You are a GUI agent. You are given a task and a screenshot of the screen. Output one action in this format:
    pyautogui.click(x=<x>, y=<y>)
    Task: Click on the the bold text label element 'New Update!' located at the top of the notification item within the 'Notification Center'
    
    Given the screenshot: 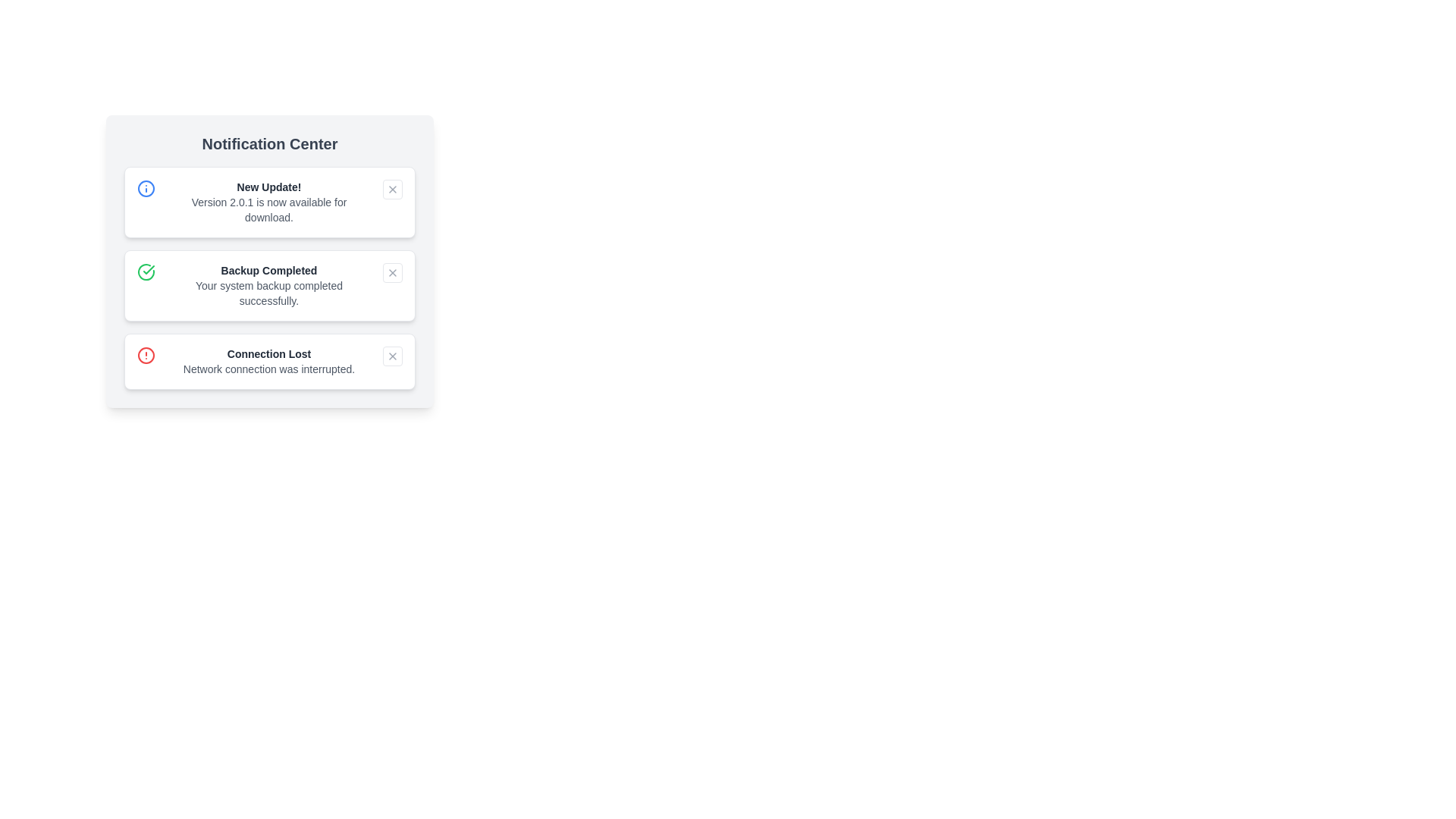 What is the action you would take?
    pyautogui.click(x=269, y=186)
    